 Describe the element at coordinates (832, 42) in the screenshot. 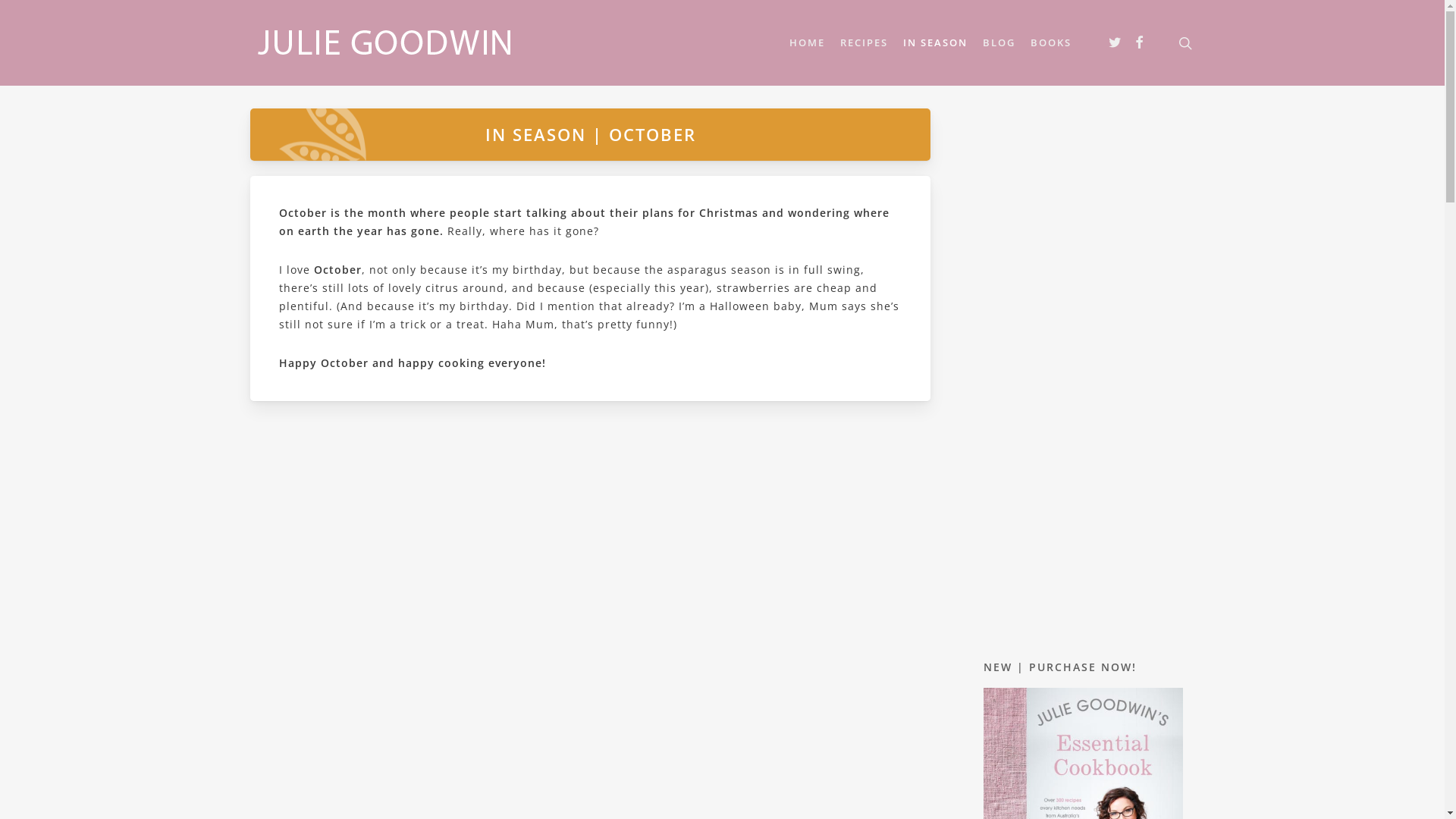

I see `'RECIPES'` at that location.